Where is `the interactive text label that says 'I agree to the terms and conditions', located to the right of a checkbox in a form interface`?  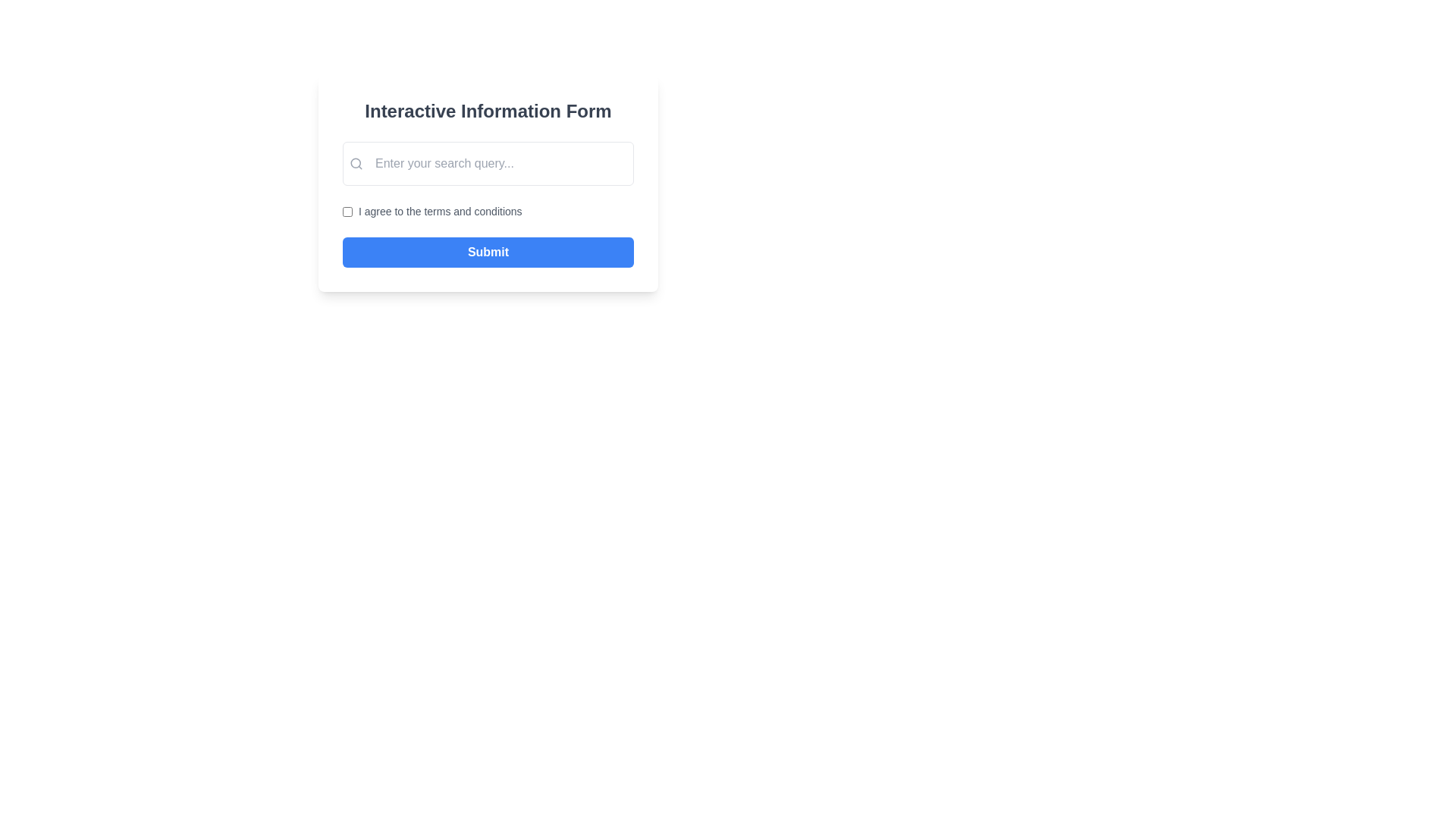
the interactive text label that says 'I agree to the terms and conditions', located to the right of a checkbox in a form interface is located at coordinates (439, 211).